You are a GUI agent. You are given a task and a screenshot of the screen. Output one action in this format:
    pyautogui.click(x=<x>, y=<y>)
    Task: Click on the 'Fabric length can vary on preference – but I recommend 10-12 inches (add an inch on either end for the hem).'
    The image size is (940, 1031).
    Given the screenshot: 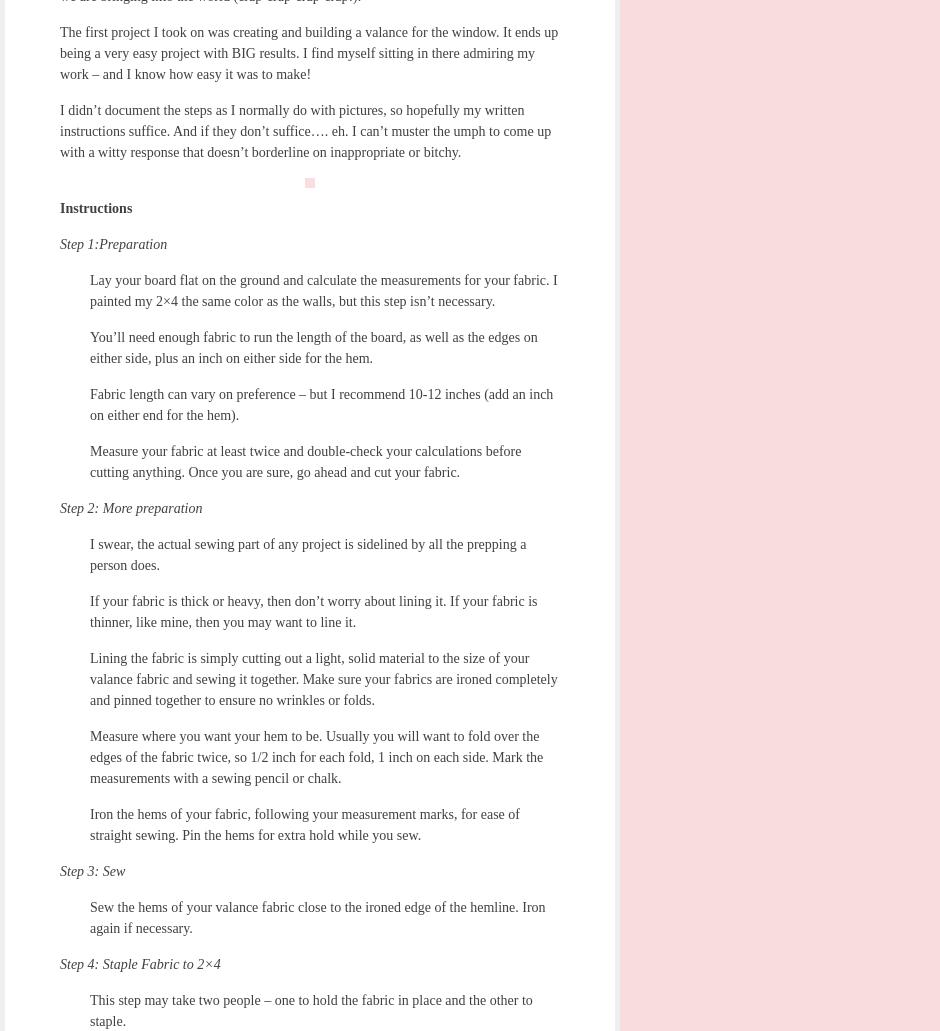 What is the action you would take?
    pyautogui.click(x=321, y=403)
    